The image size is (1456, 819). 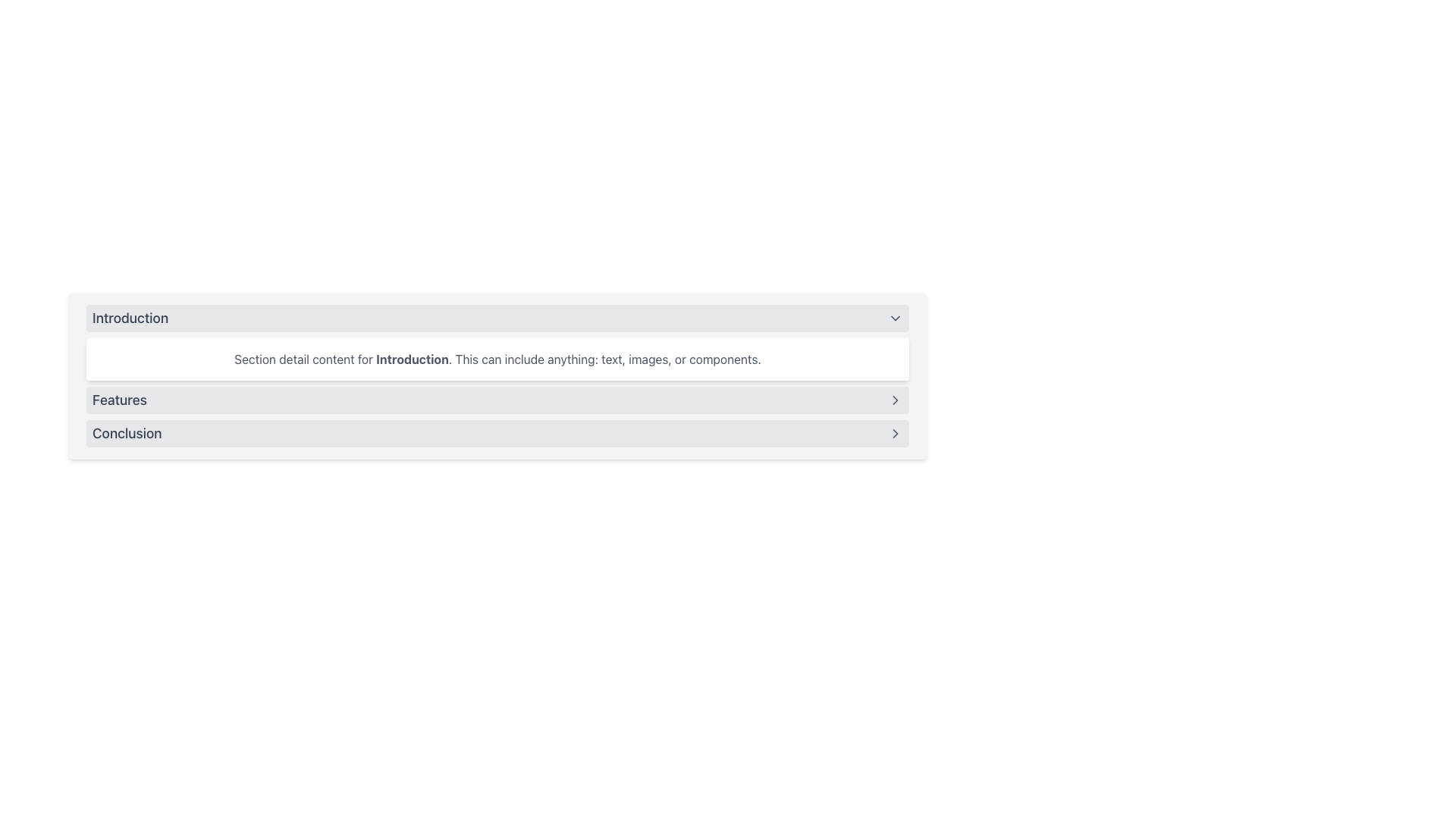 What do you see at coordinates (895, 400) in the screenshot?
I see `the Chevron Icon located in the Features section, positioned to the far right adjacent to the text 'Features'` at bounding box center [895, 400].